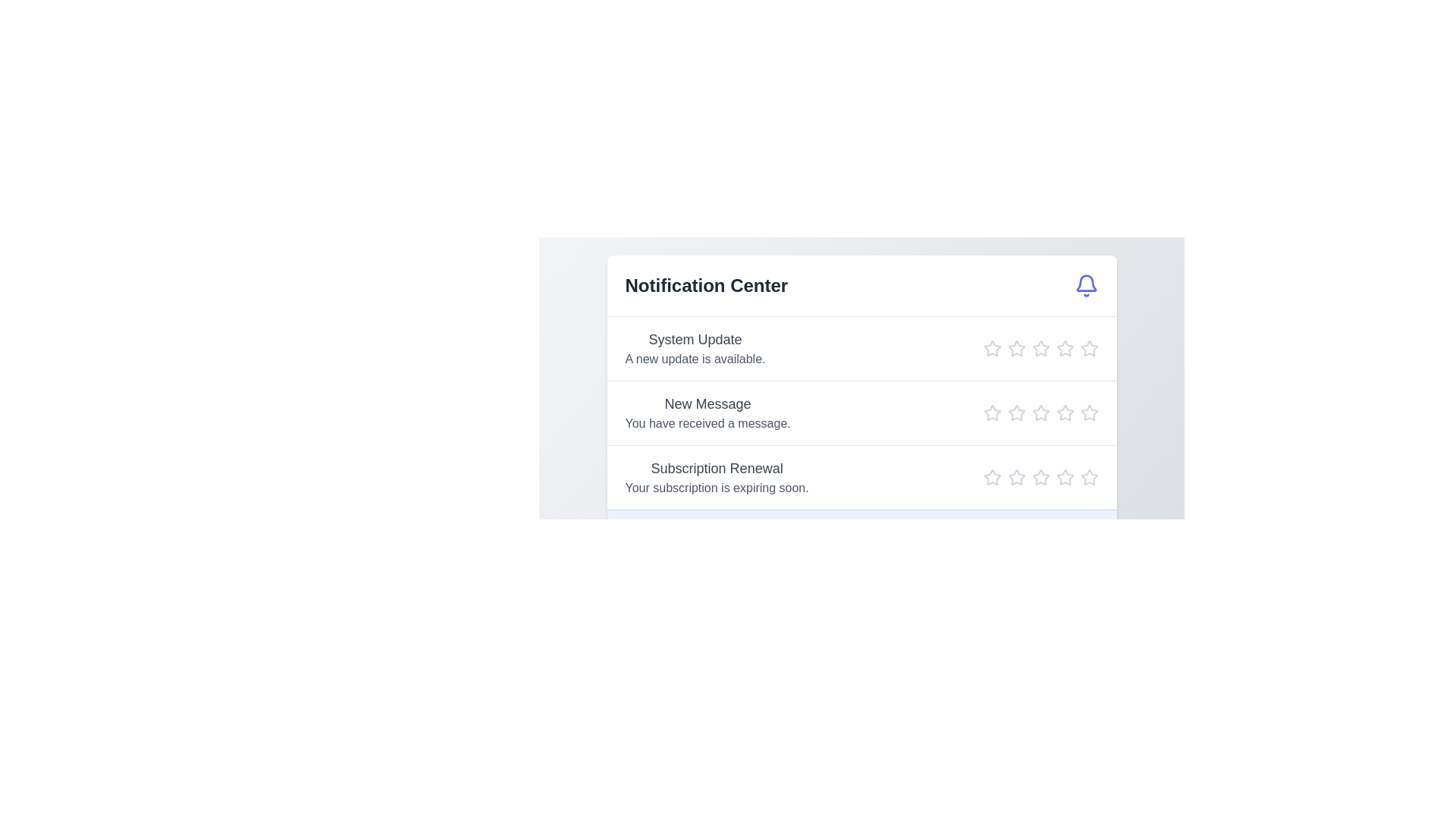  What do you see at coordinates (992, 413) in the screenshot?
I see `the star icon to set the rating to 1 for the notification titled 'New Message'` at bounding box center [992, 413].